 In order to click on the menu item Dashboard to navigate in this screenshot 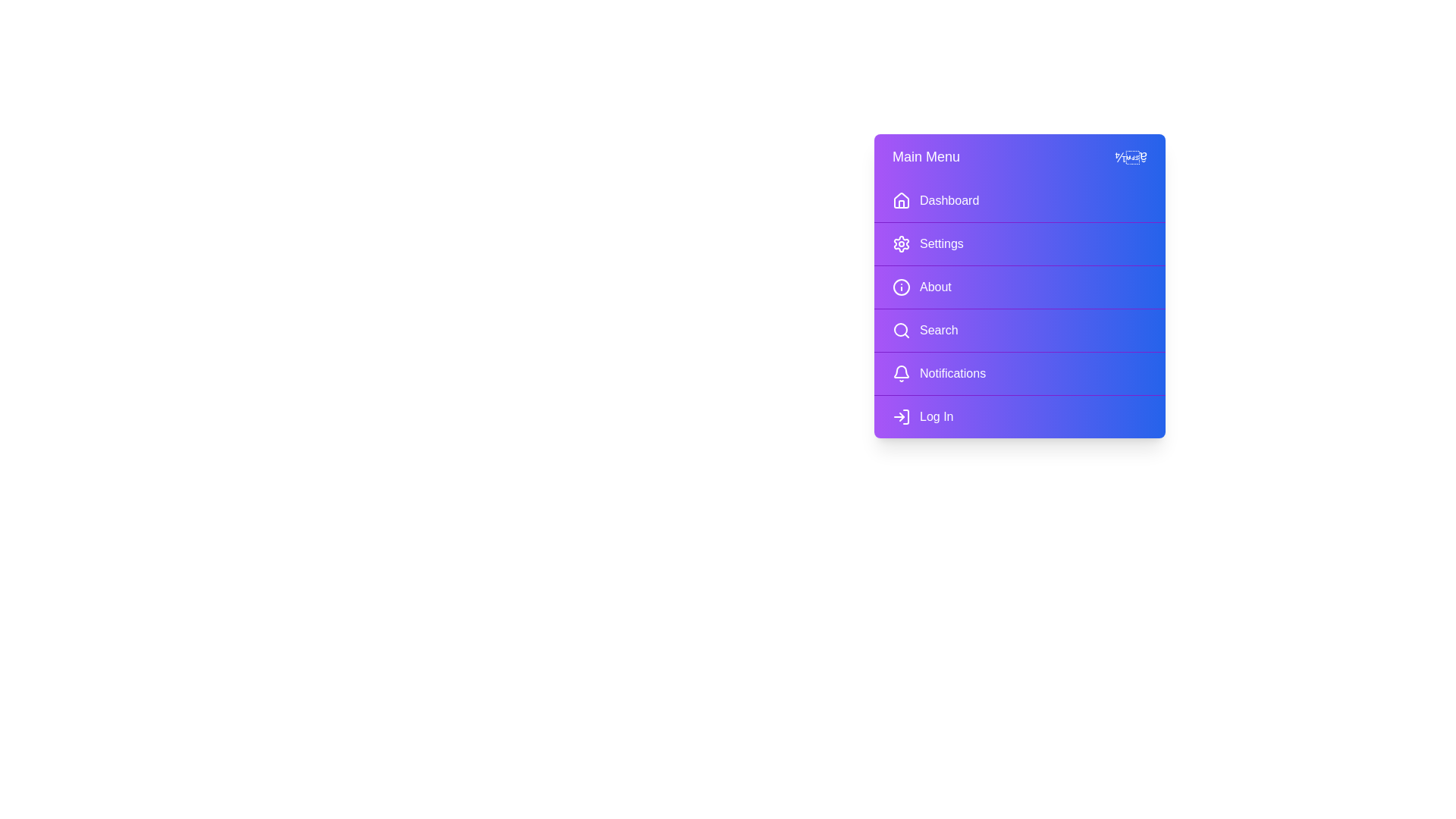, I will do `click(1019, 200)`.